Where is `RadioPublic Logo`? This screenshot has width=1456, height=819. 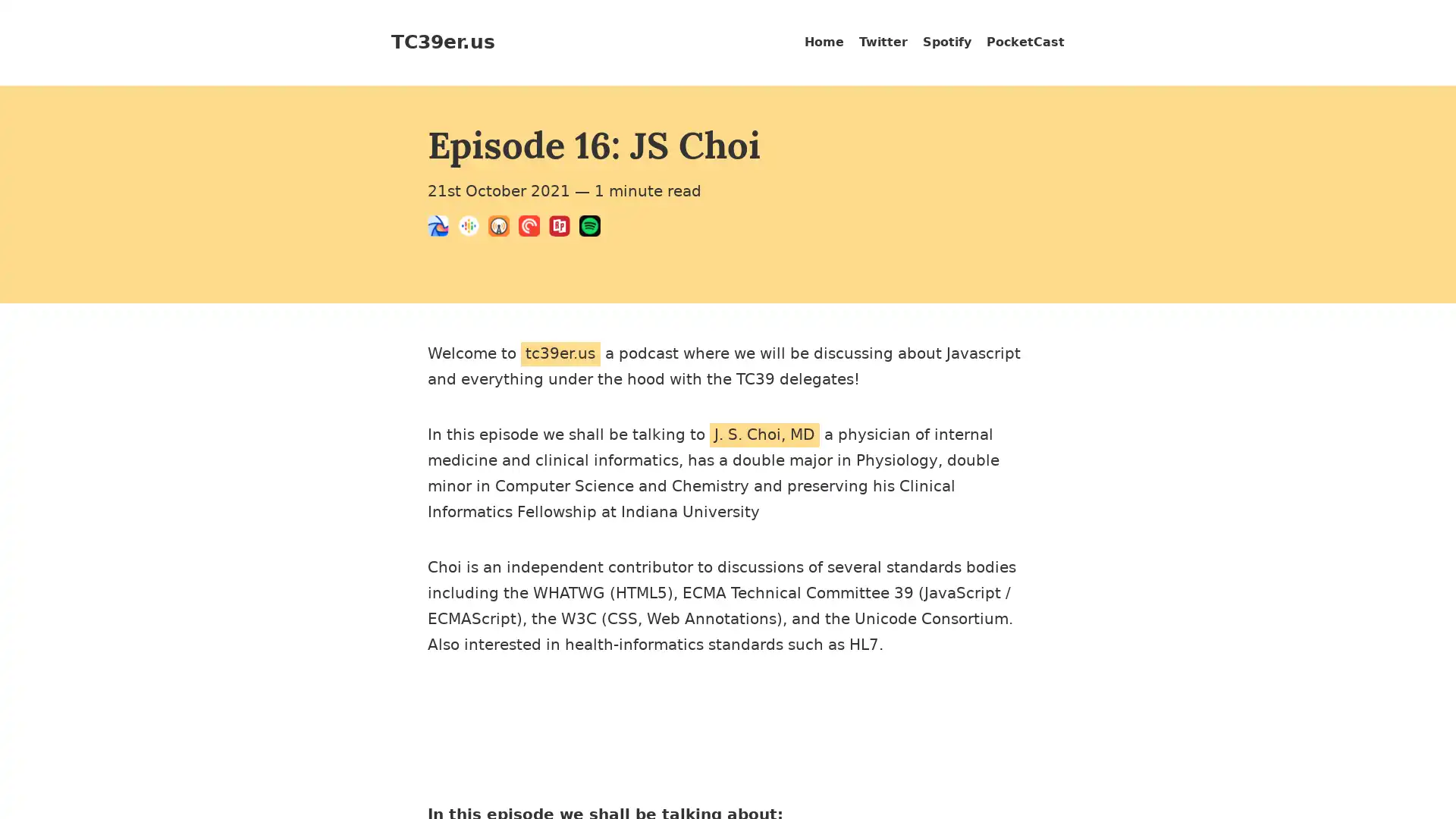 RadioPublic Logo is located at coordinates (563, 228).